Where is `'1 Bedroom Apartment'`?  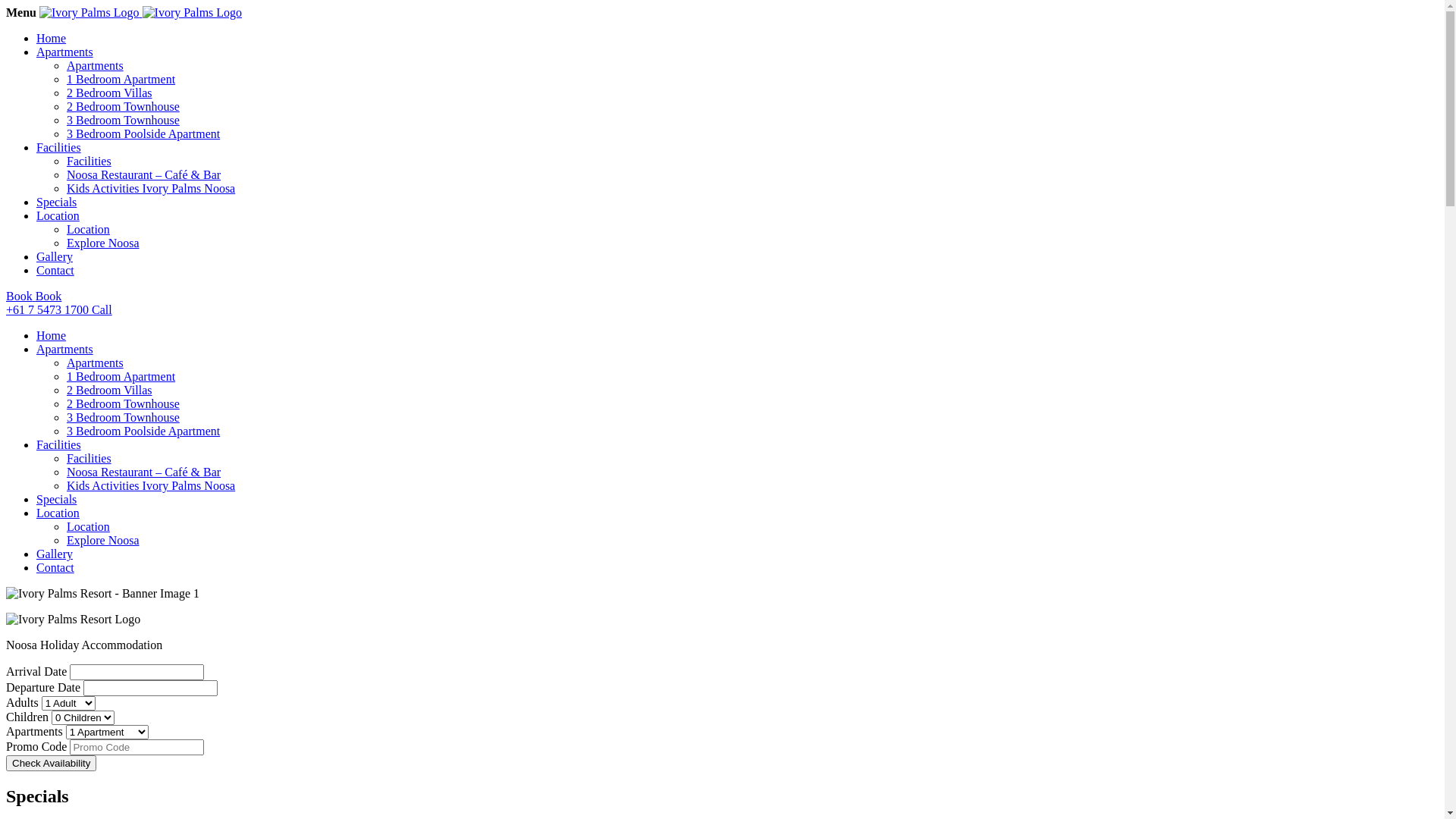 '1 Bedroom Apartment' is located at coordinates (120, 375).